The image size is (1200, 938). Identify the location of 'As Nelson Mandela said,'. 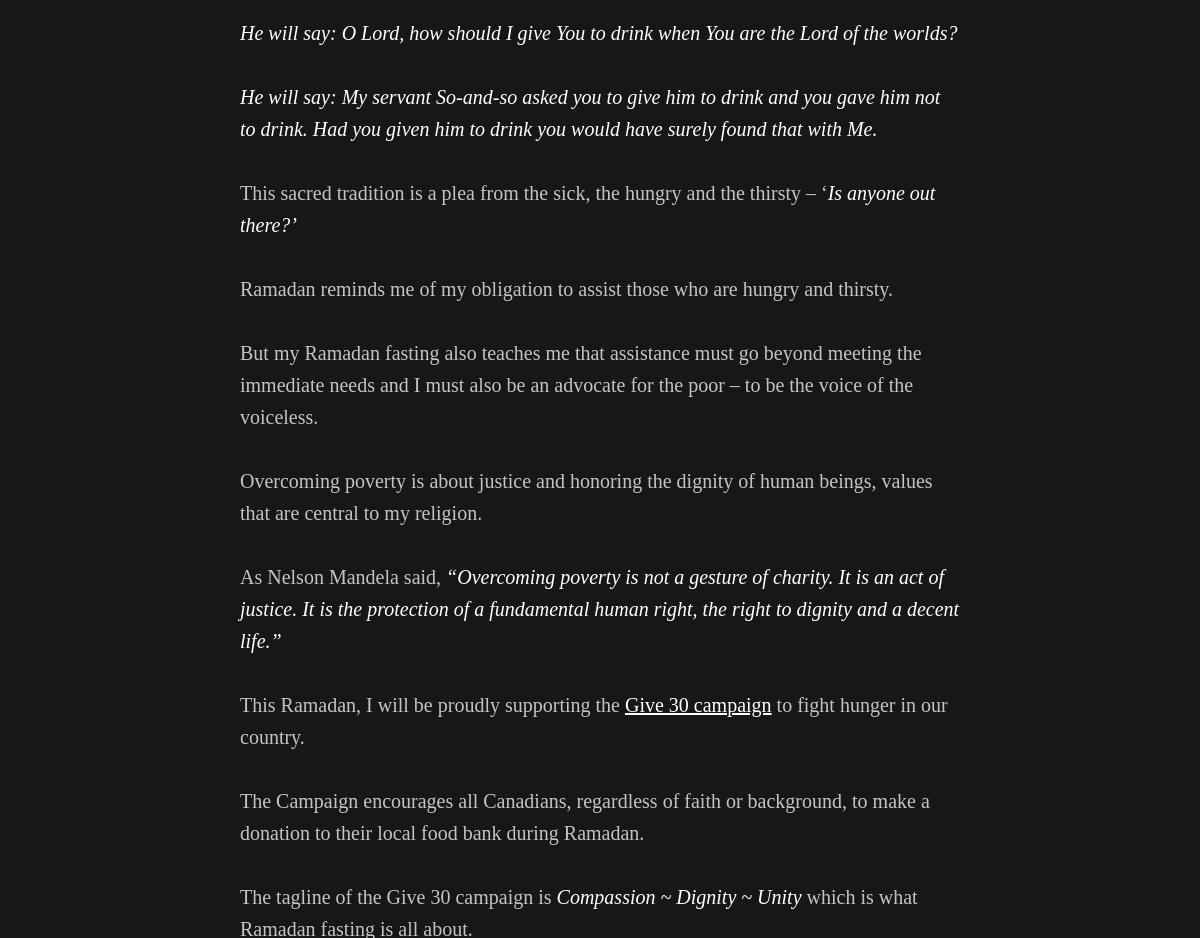
(239, 575).